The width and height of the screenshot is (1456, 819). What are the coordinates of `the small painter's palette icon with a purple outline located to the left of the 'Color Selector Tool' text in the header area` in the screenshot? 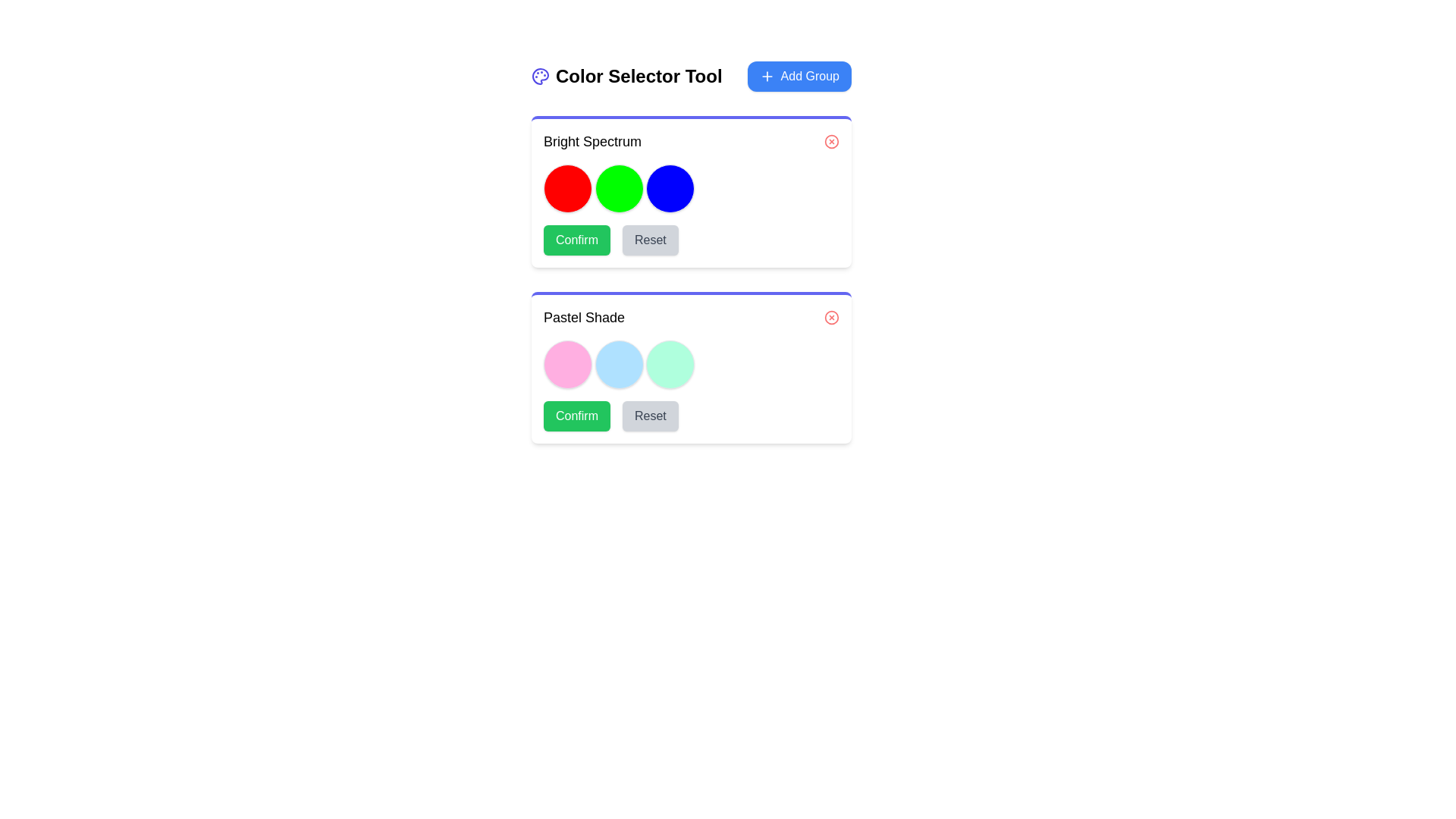 It's located at (541, 76).